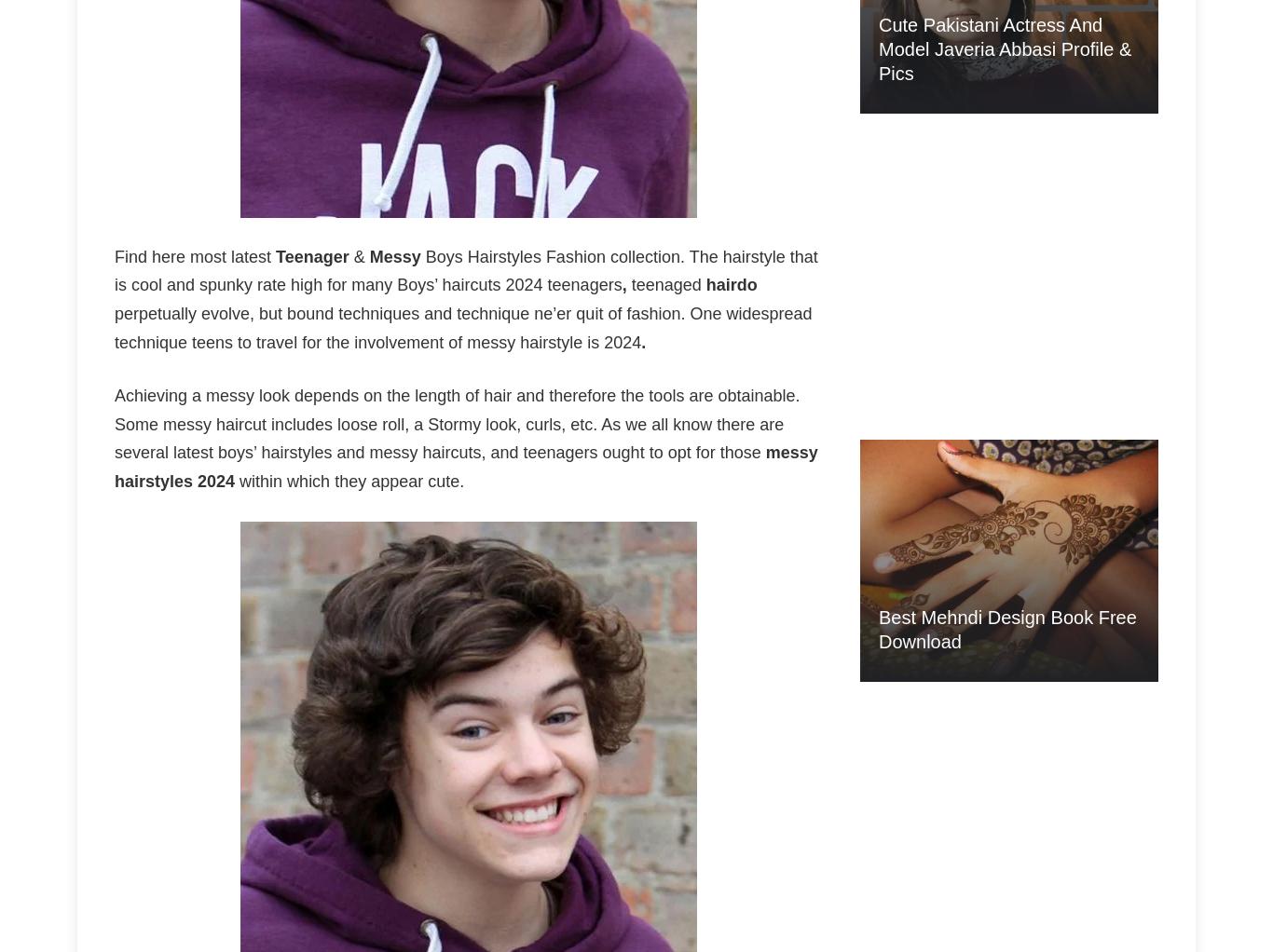 This screenshot has height=952, width=1273. What do you see at coordinates (449, 437) in the screenshot?
I see `'includes loose roll, a Stormy look, curls, etc. As we all know there are several latest boys’ hairstyles and messy haircuts, and teenagers ought to opt for those'` at bounding box center [449, 437].